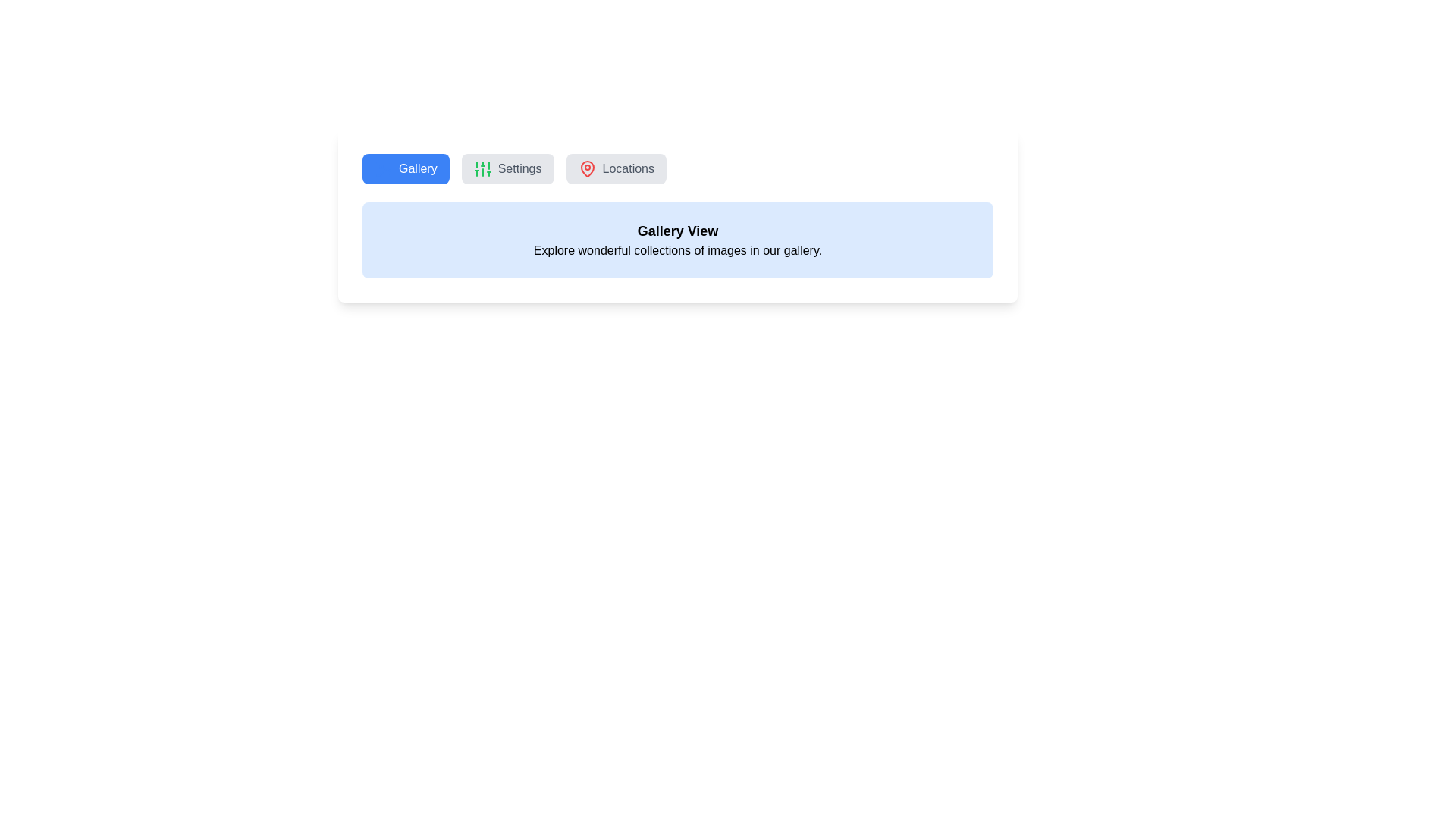 The width and height of the screenshot is (1456, 819). Describe the element at coordinates (507, 169) in the screenshot. I see `the tab Settings to observe its hover effect` at that location.